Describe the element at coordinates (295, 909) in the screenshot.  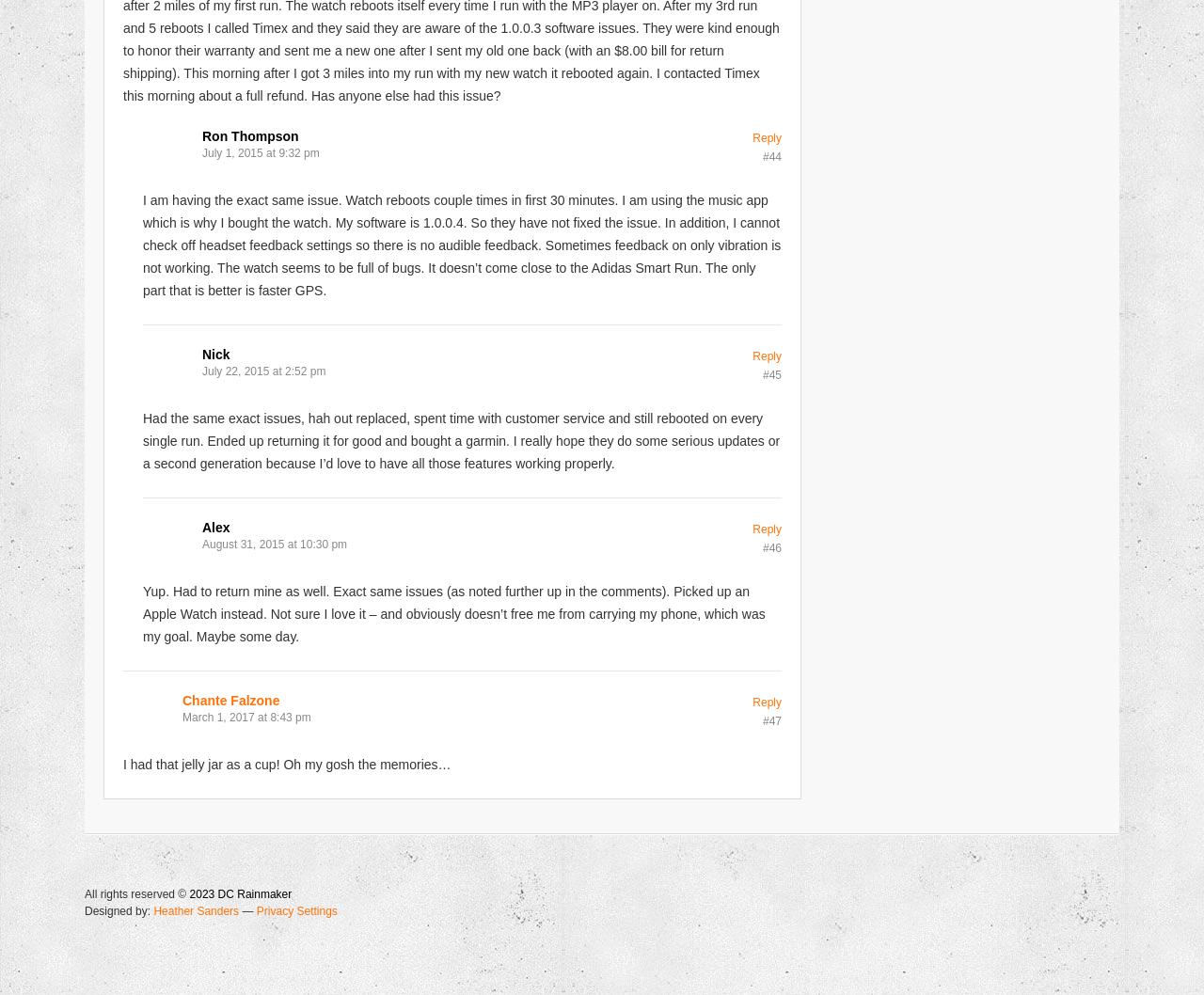
I see `'Privacy Settings'` at that location.